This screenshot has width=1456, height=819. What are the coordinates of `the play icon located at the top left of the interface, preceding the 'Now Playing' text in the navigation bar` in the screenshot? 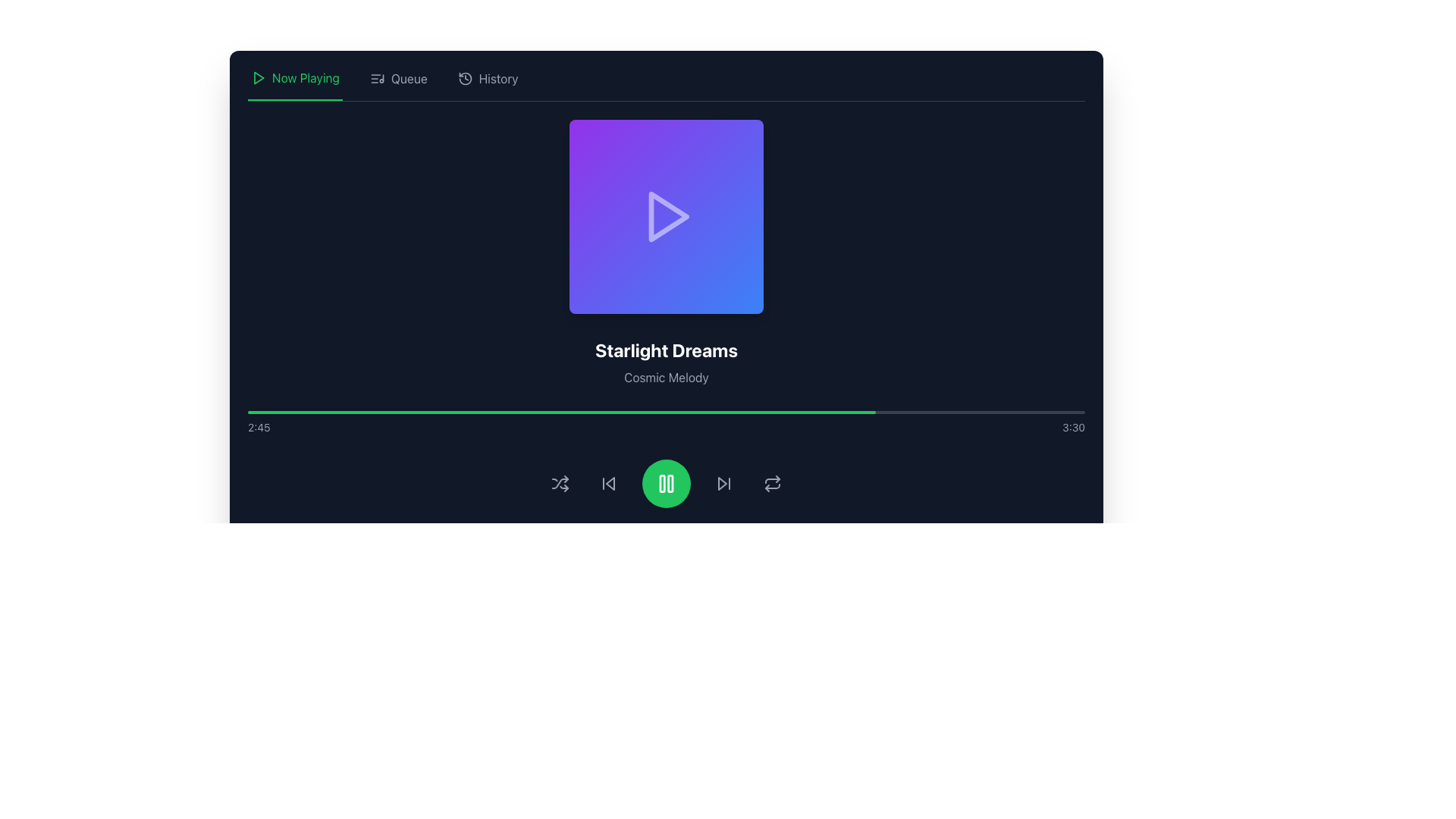 It's located at (258, 78).